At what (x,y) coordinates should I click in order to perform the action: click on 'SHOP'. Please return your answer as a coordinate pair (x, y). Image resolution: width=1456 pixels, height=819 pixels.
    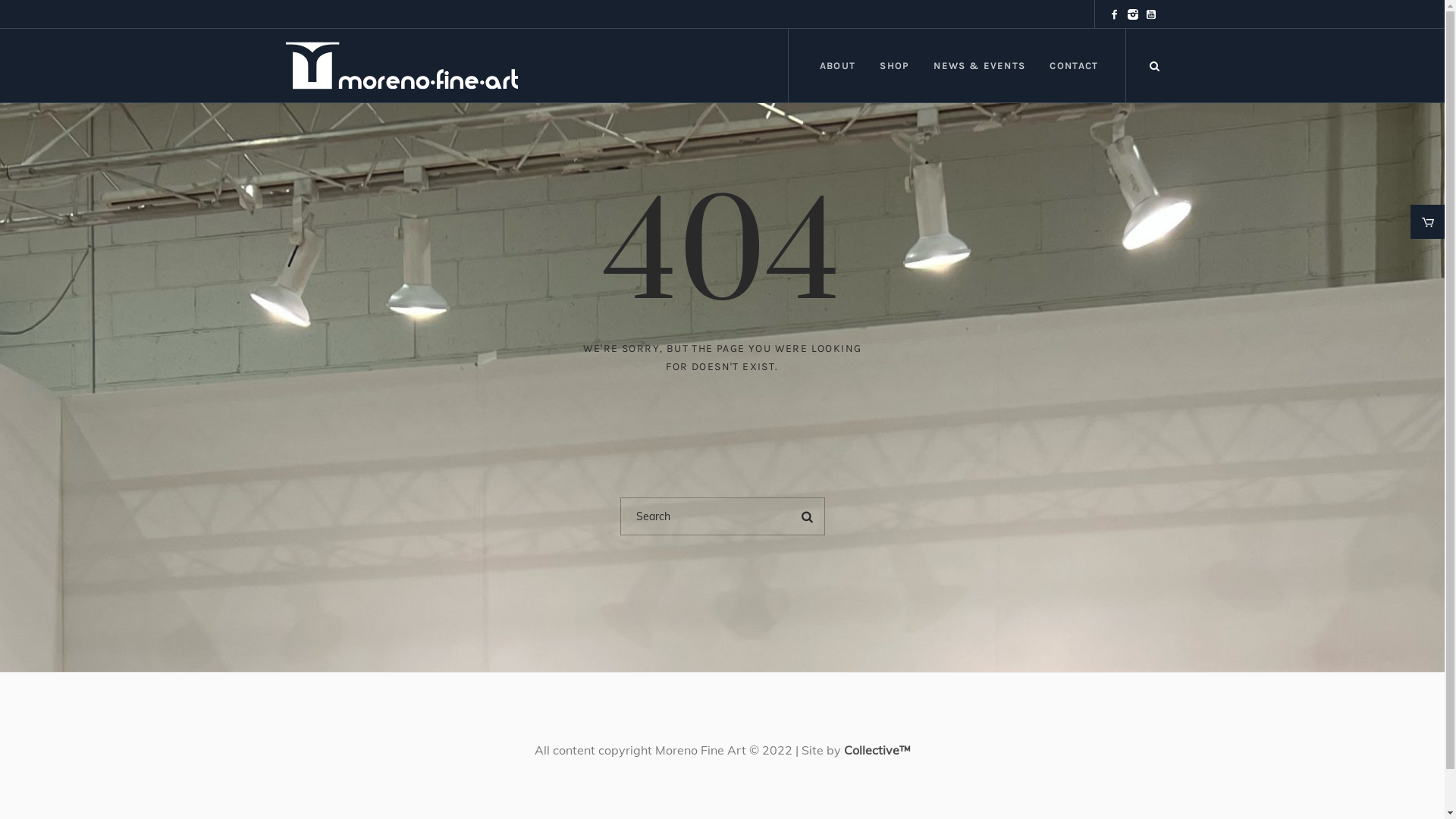
    Looking at the image, I should click on (894, 64).